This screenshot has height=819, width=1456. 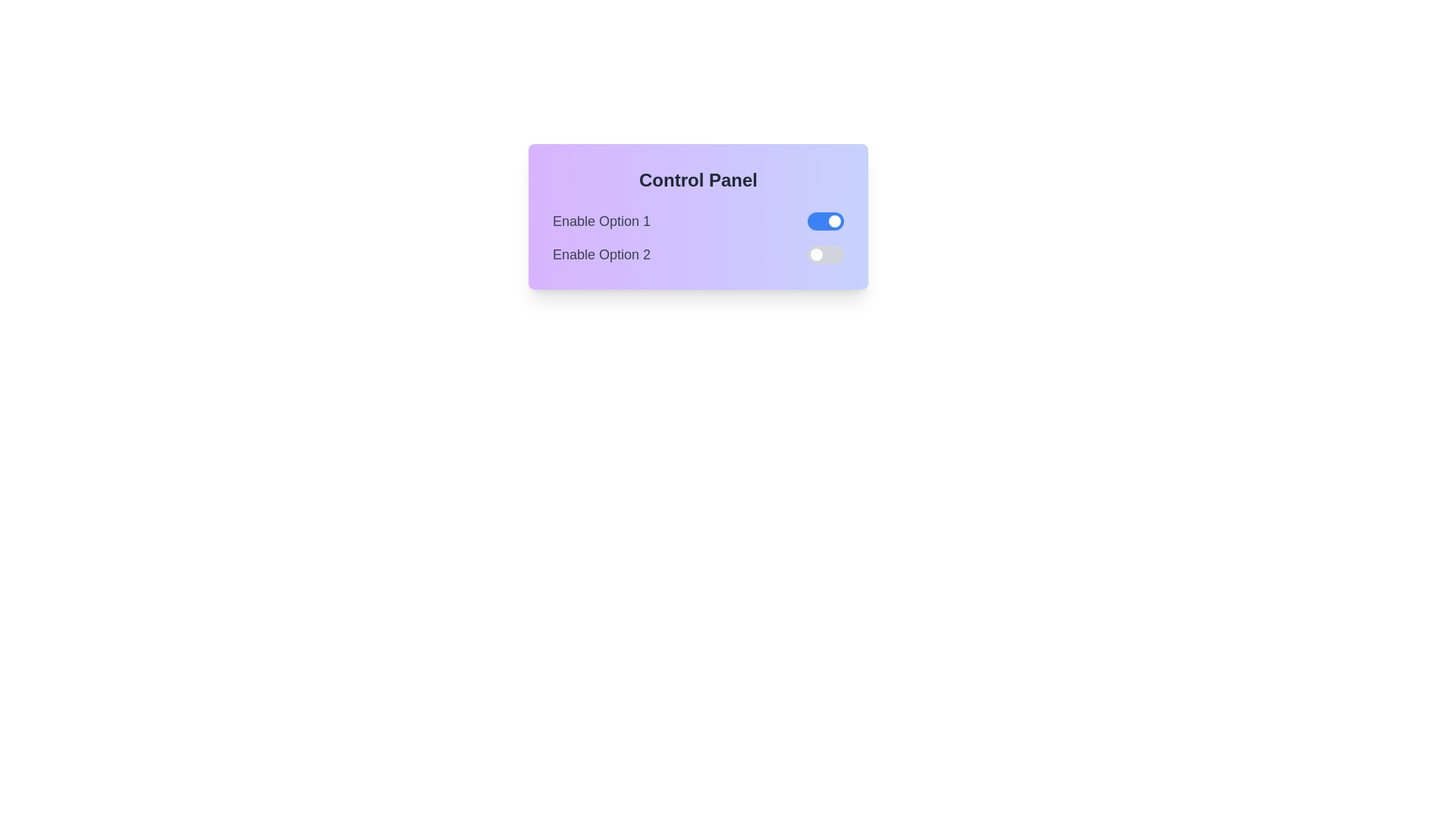 I want to click on the toggle knob located at the rightmost end of the toggle switch for 'Enable Option 1', so click(x=833, y=221).